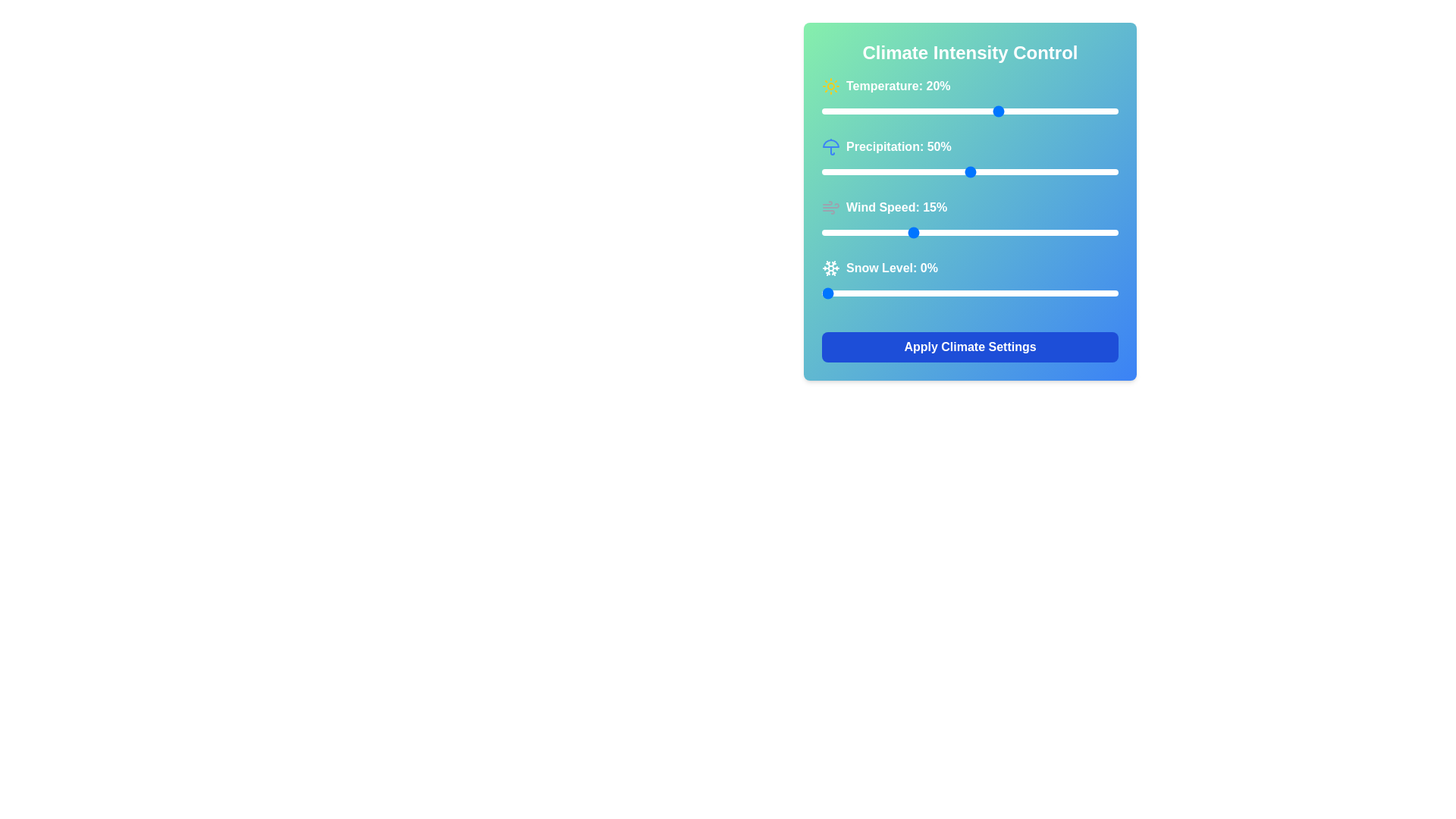 This screenshot has width=1456, height=819. Describe the element at coordinates (890, 293) in the screenshot. I see `the snow level` at that location.